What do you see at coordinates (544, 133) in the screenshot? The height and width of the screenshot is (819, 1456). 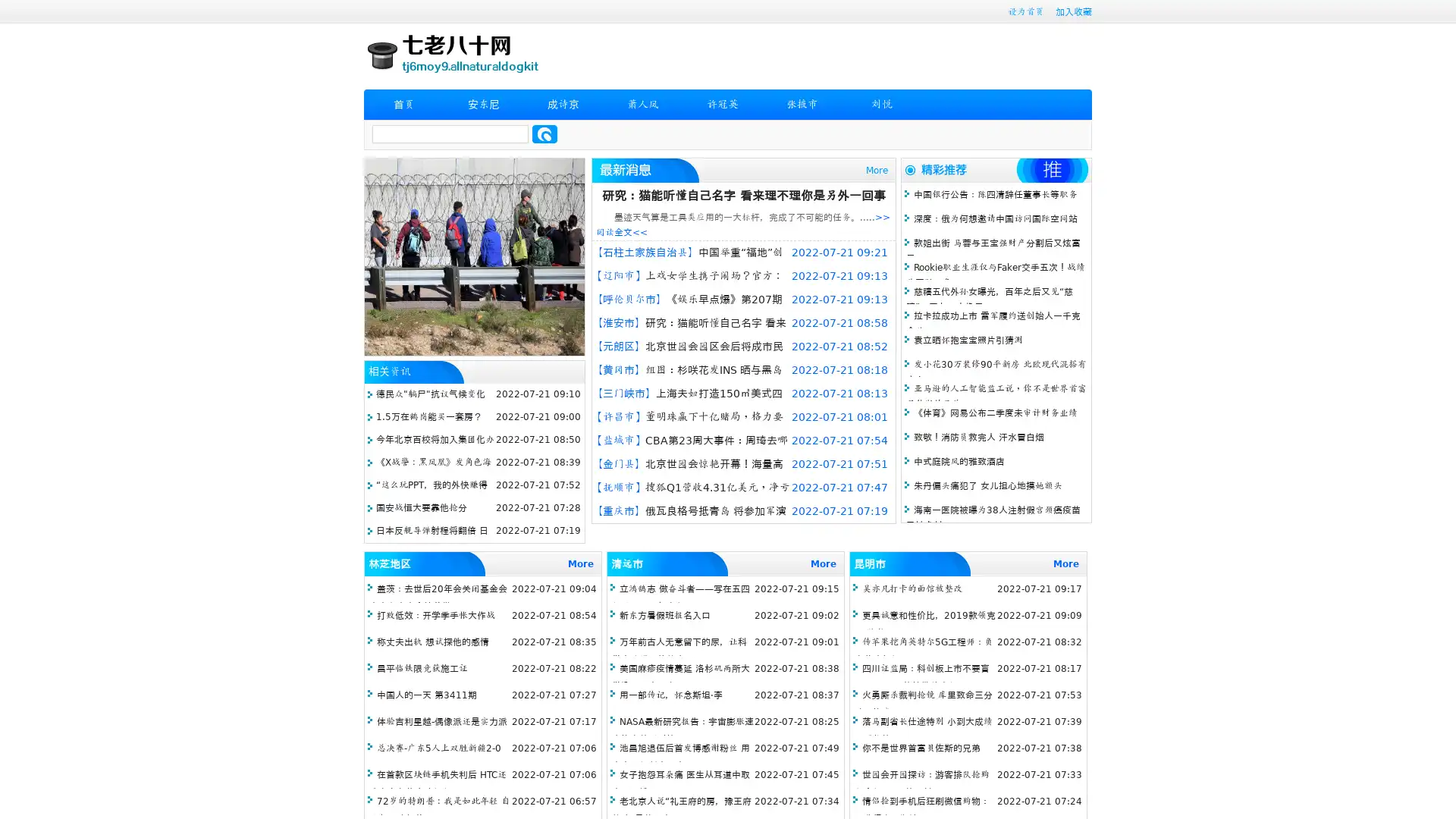 I see `Search` at bounding box center [544, 133].